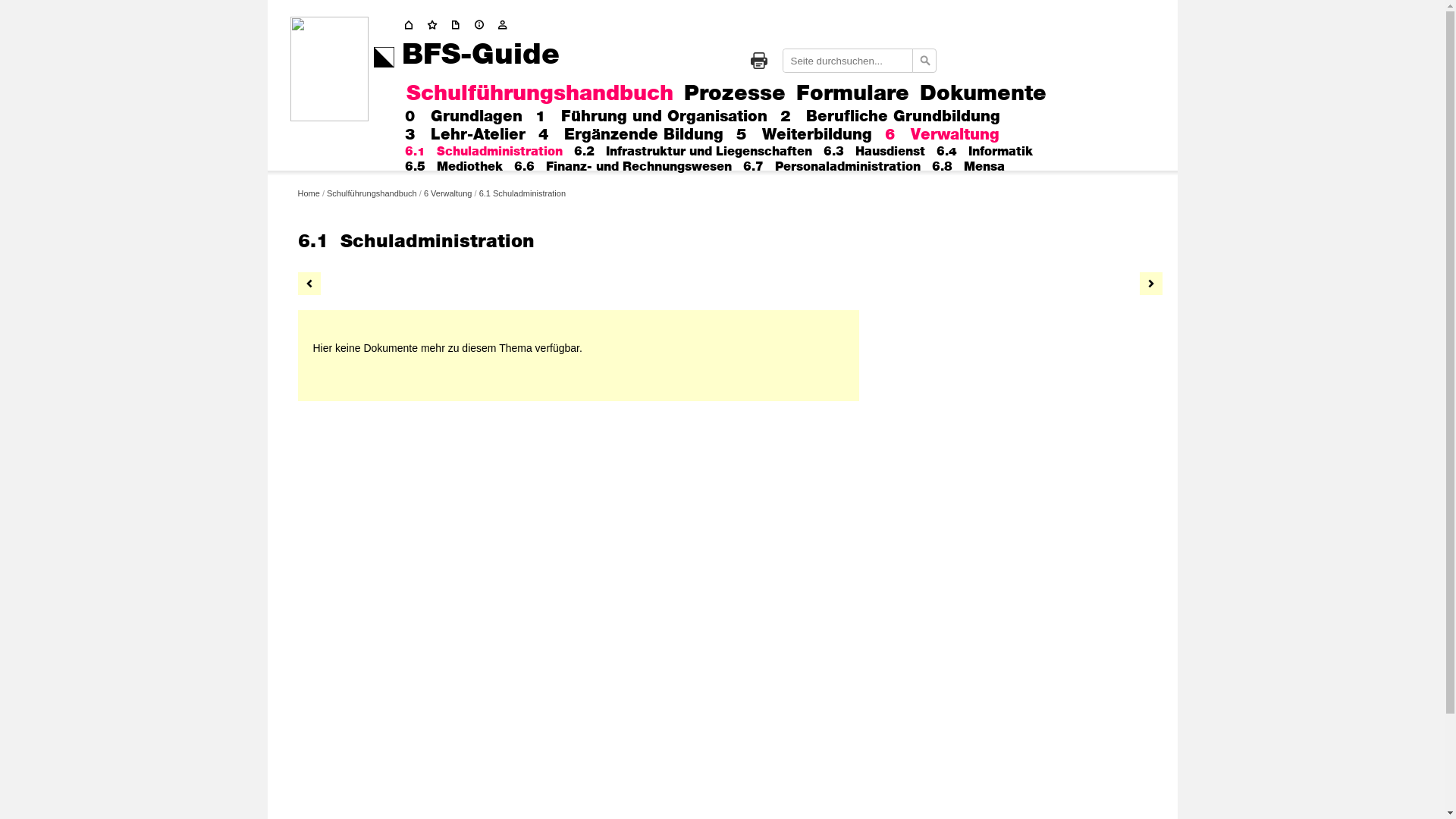 The image size is (1456, 819). I want to click on 'Formulare', so click(795, 94).